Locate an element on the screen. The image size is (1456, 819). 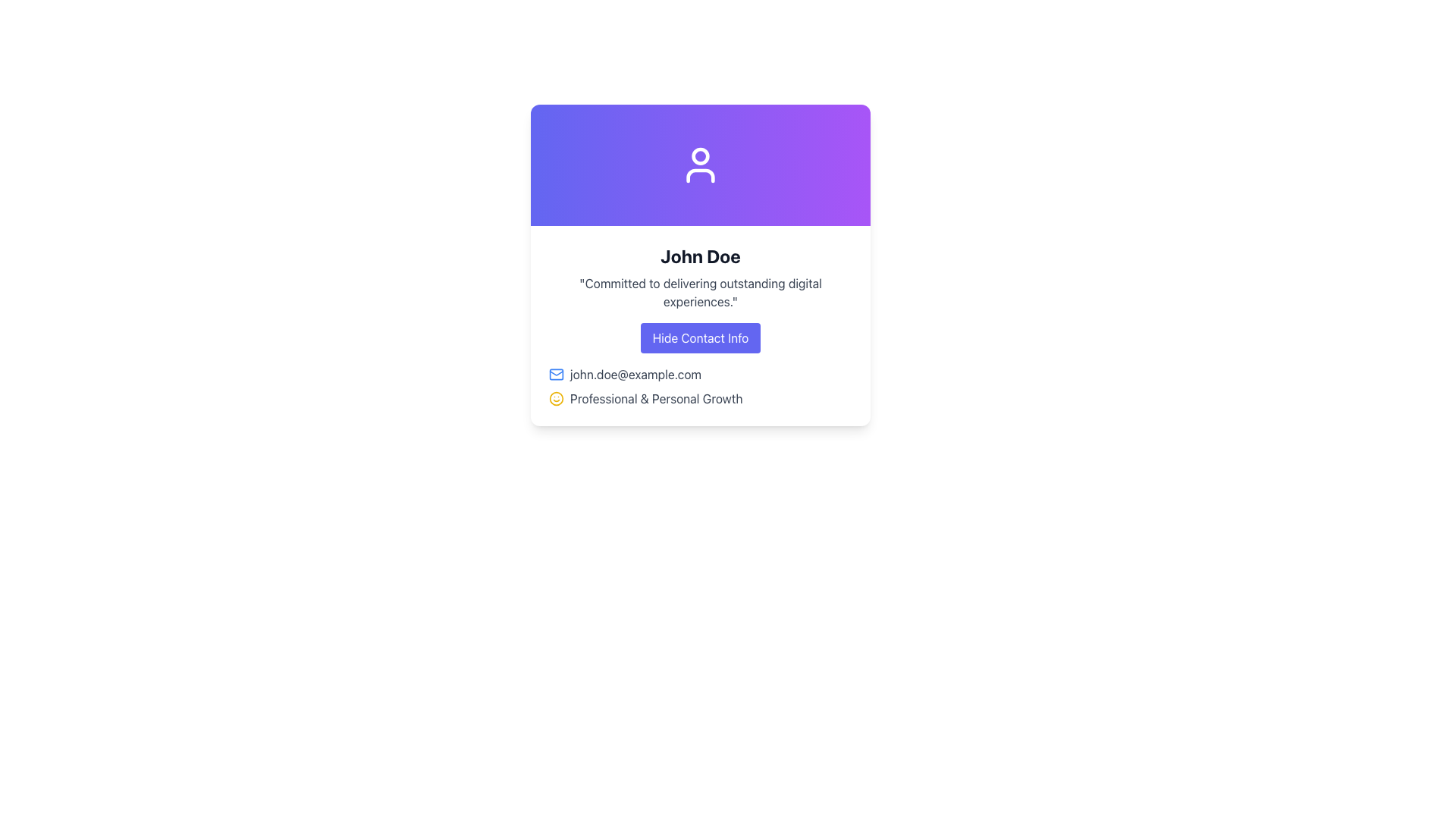
the toggle visibility button located centrally within the card element below 'John Doe' is located at coordinates (699, 337).